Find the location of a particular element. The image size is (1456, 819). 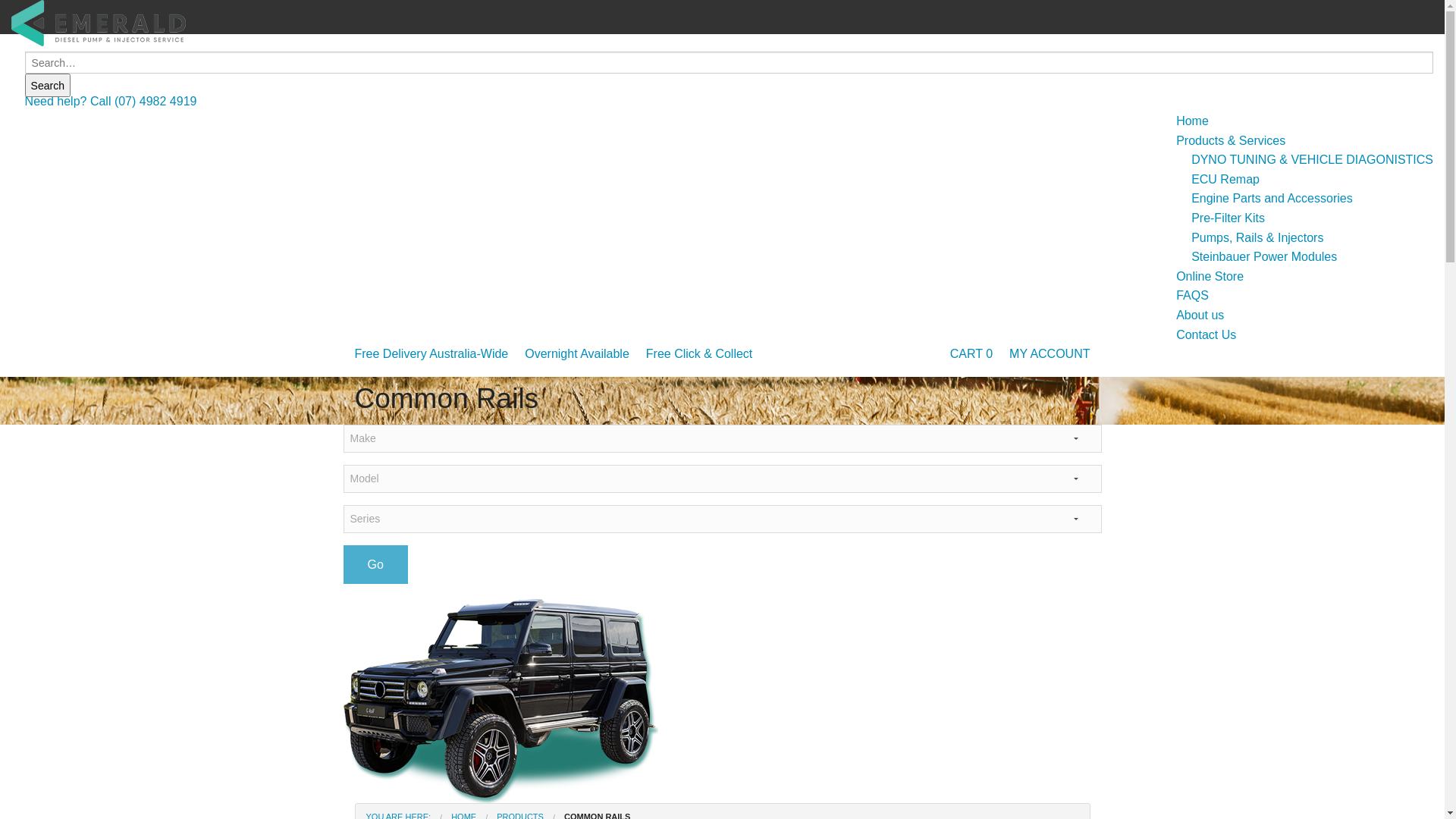

'Home' is located at coordinates (1191, 120).